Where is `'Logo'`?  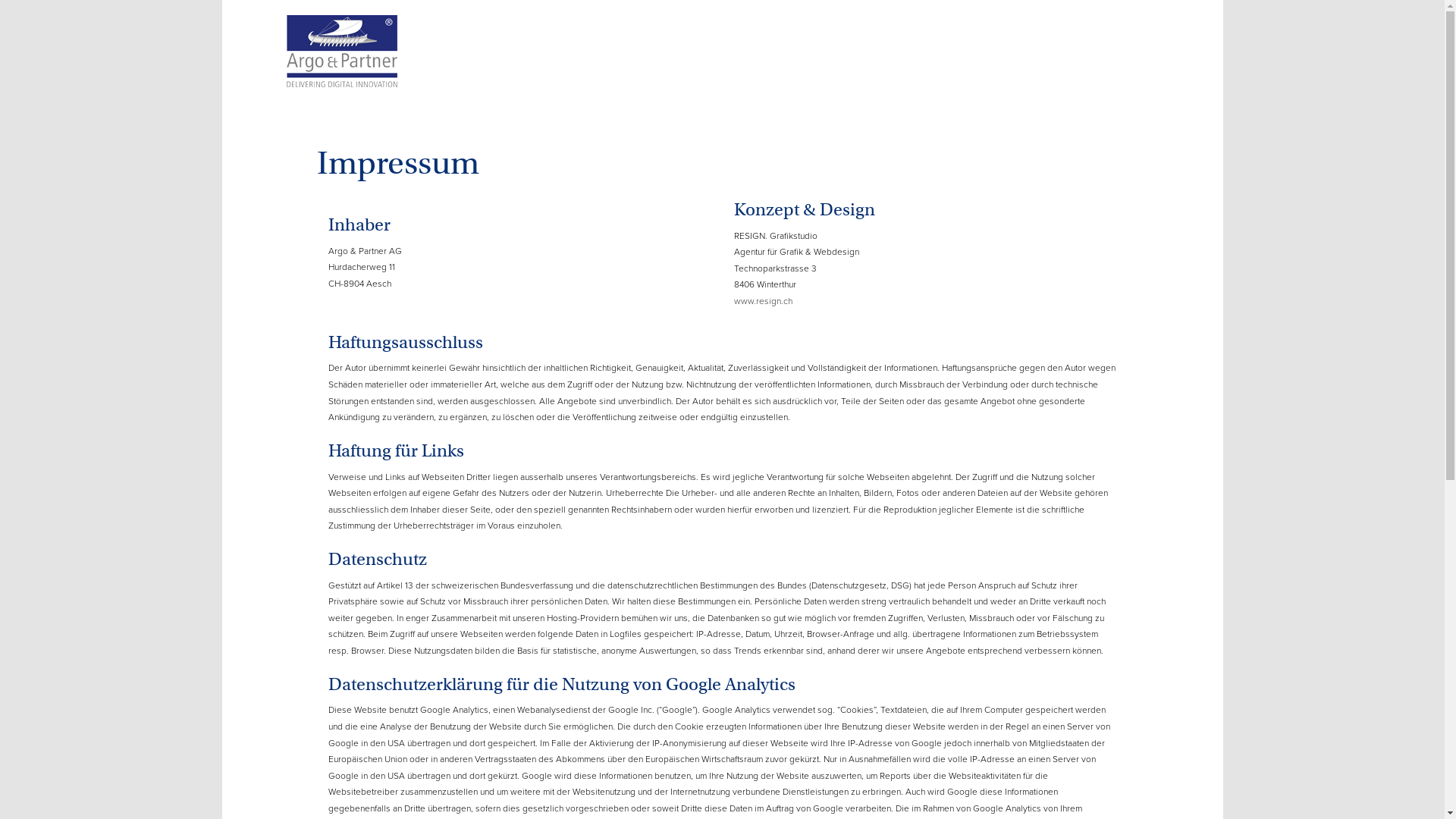 'Logo' is located at coordinates (340, 44).